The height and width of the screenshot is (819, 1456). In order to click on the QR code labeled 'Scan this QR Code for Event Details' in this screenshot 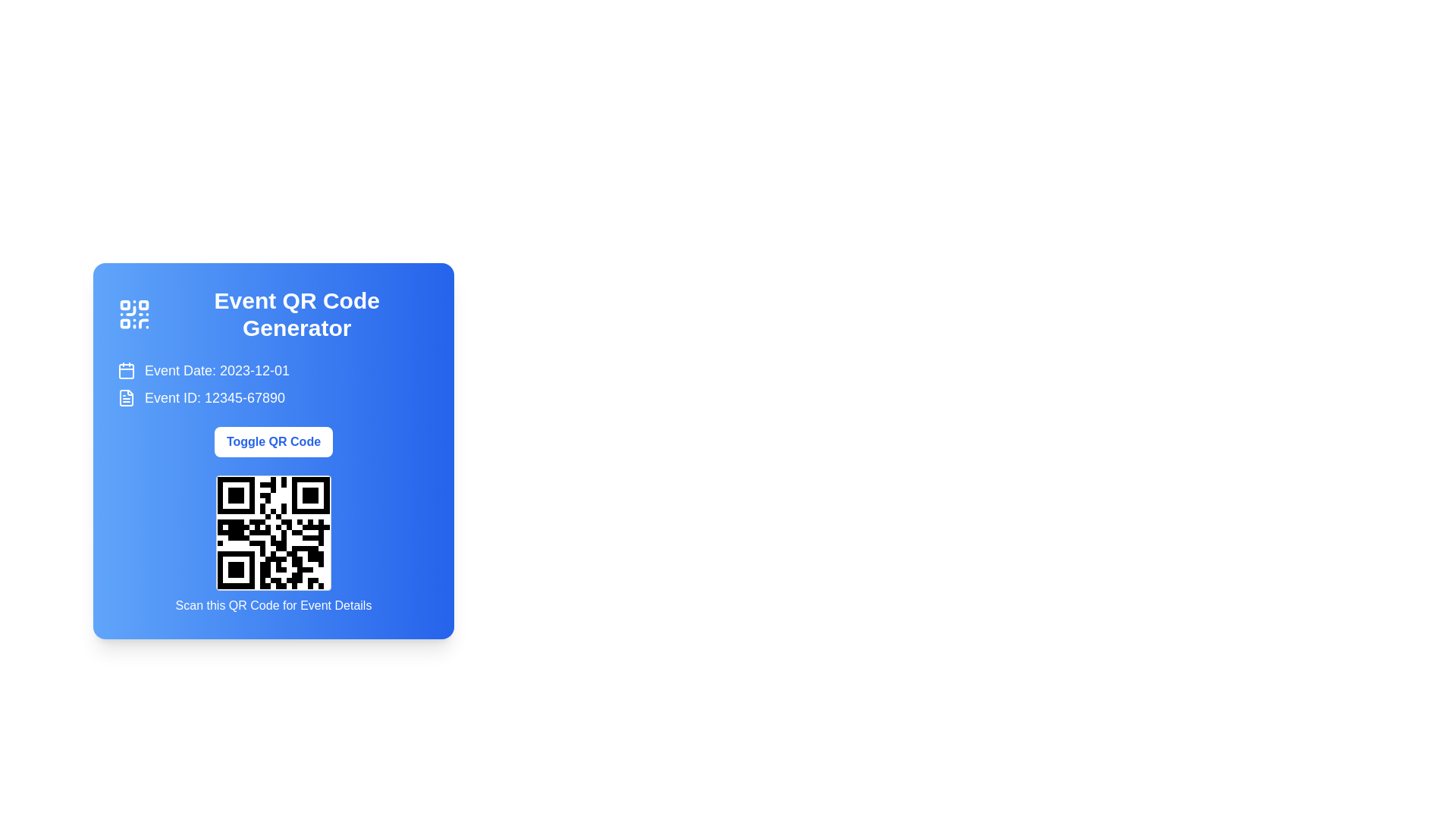, I will do `click(273, 544)`.